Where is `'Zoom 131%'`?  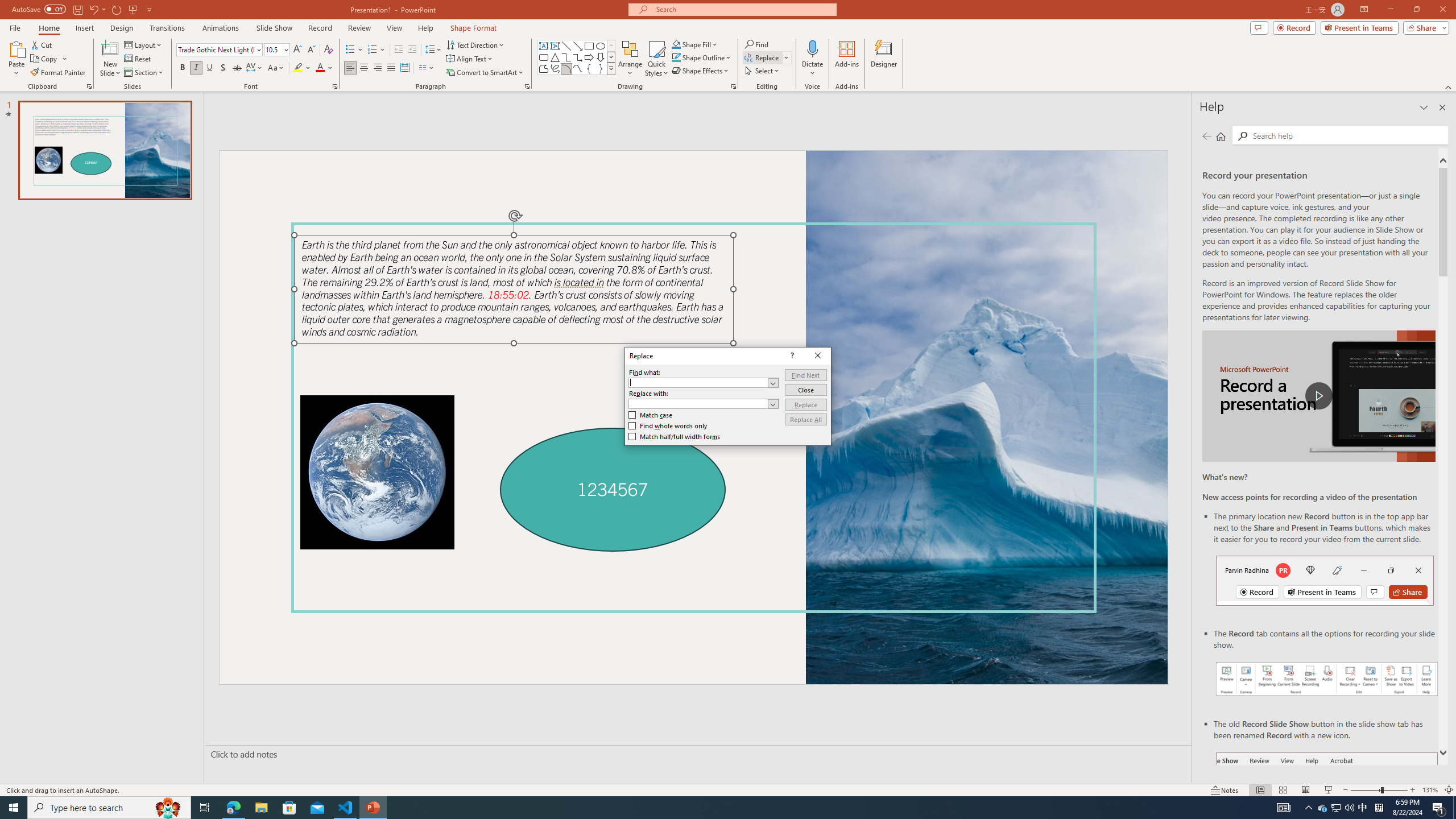
'Zoom 131%' is located at coordinates (1430, 790).